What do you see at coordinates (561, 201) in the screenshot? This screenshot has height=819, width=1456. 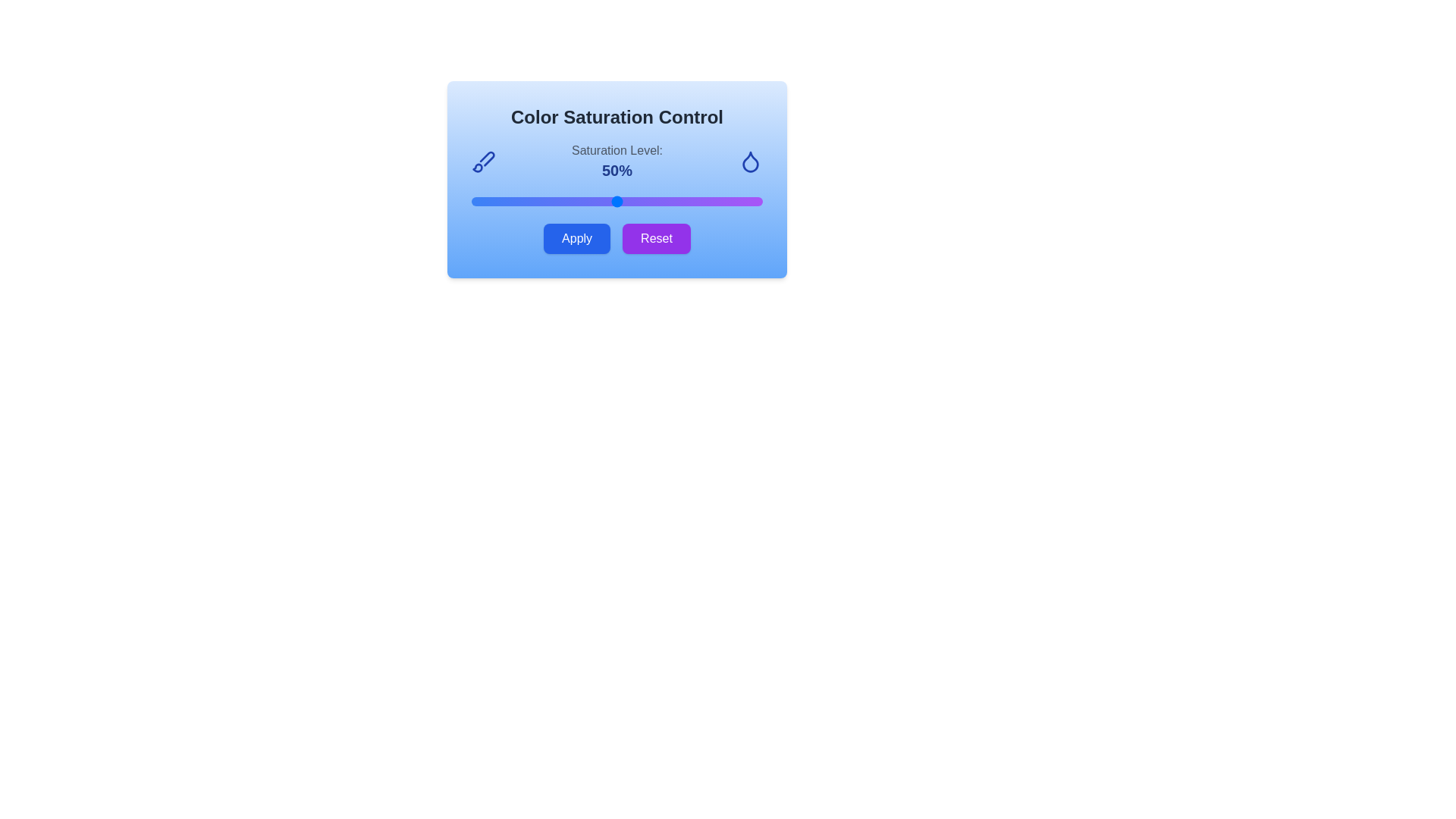 I see `the color saturation to 31% by adjusting the slider` at bounding box center [561, 201].